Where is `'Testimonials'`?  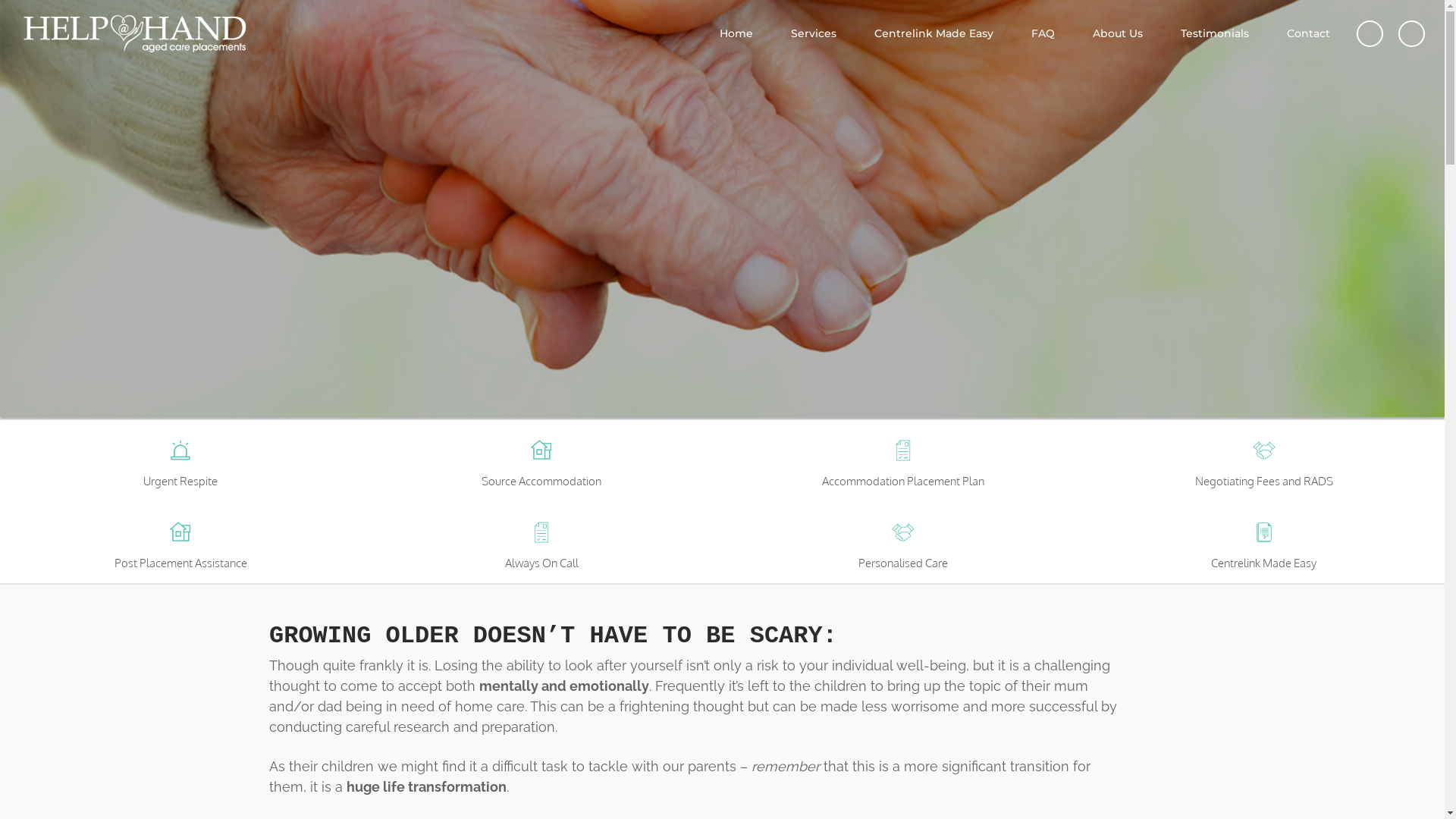 'Testimonials' is located at coordinates (1215, 33).